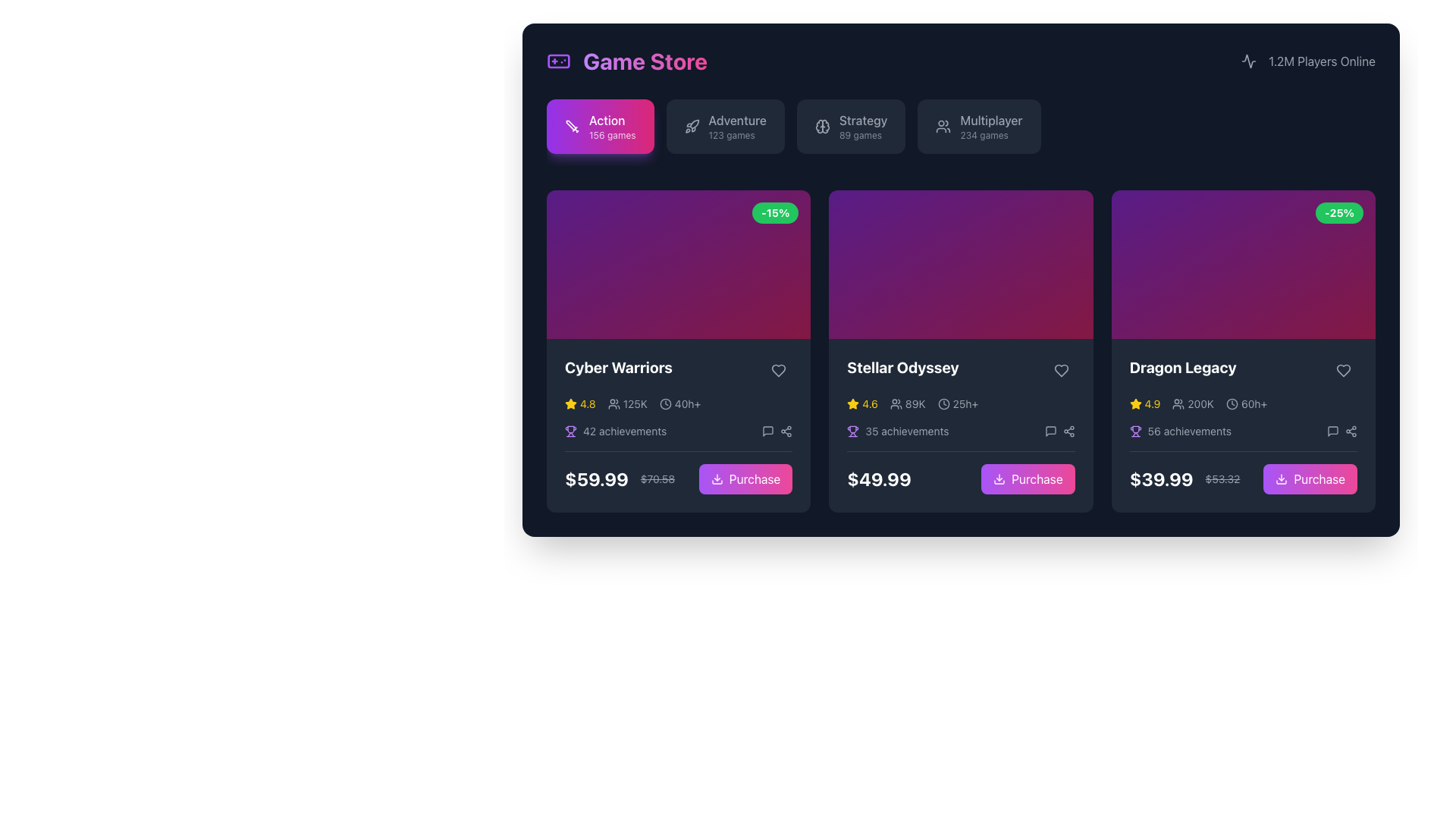 Image resolution: width=1456 pixels, height=819 pixels. I want to click on the favorite button located in the upper-right corner of the 'Dragon Legacy' card to mark the game as a favorite, so click(1343, 370).